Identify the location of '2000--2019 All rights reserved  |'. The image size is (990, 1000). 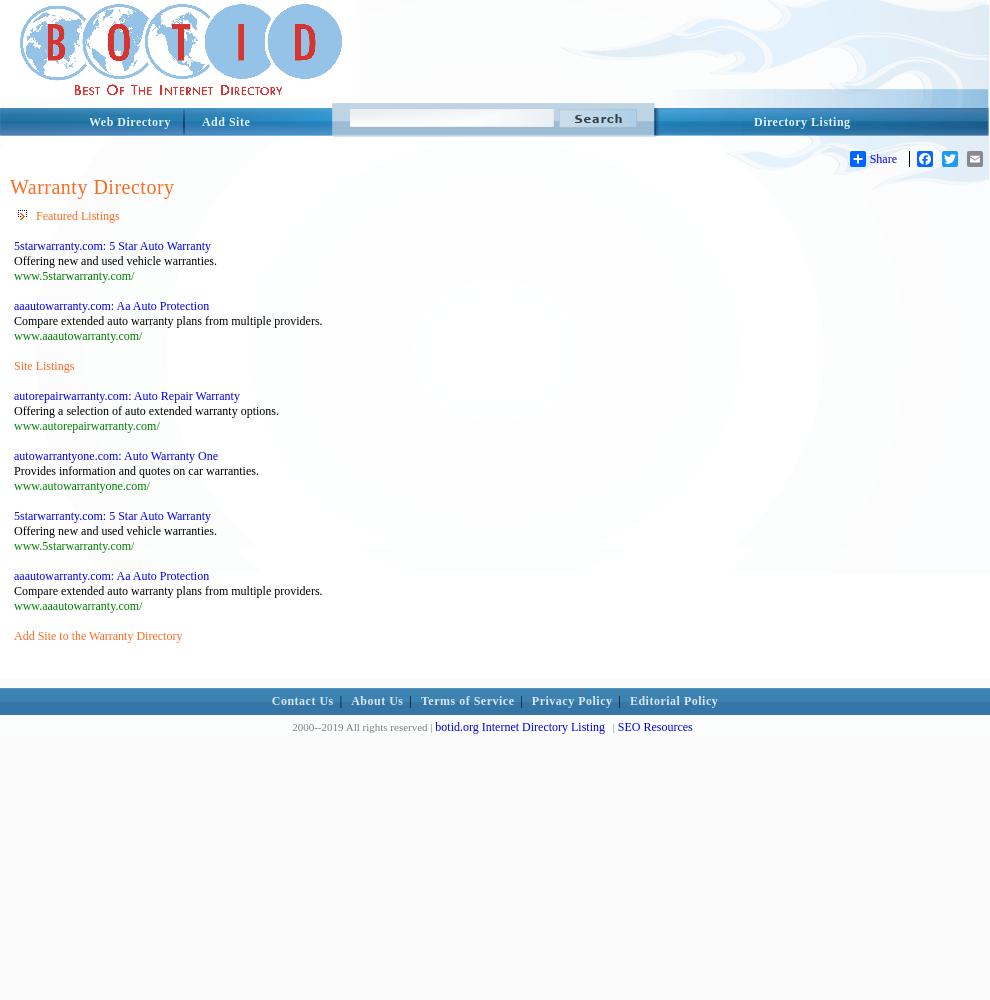
(363, 726).